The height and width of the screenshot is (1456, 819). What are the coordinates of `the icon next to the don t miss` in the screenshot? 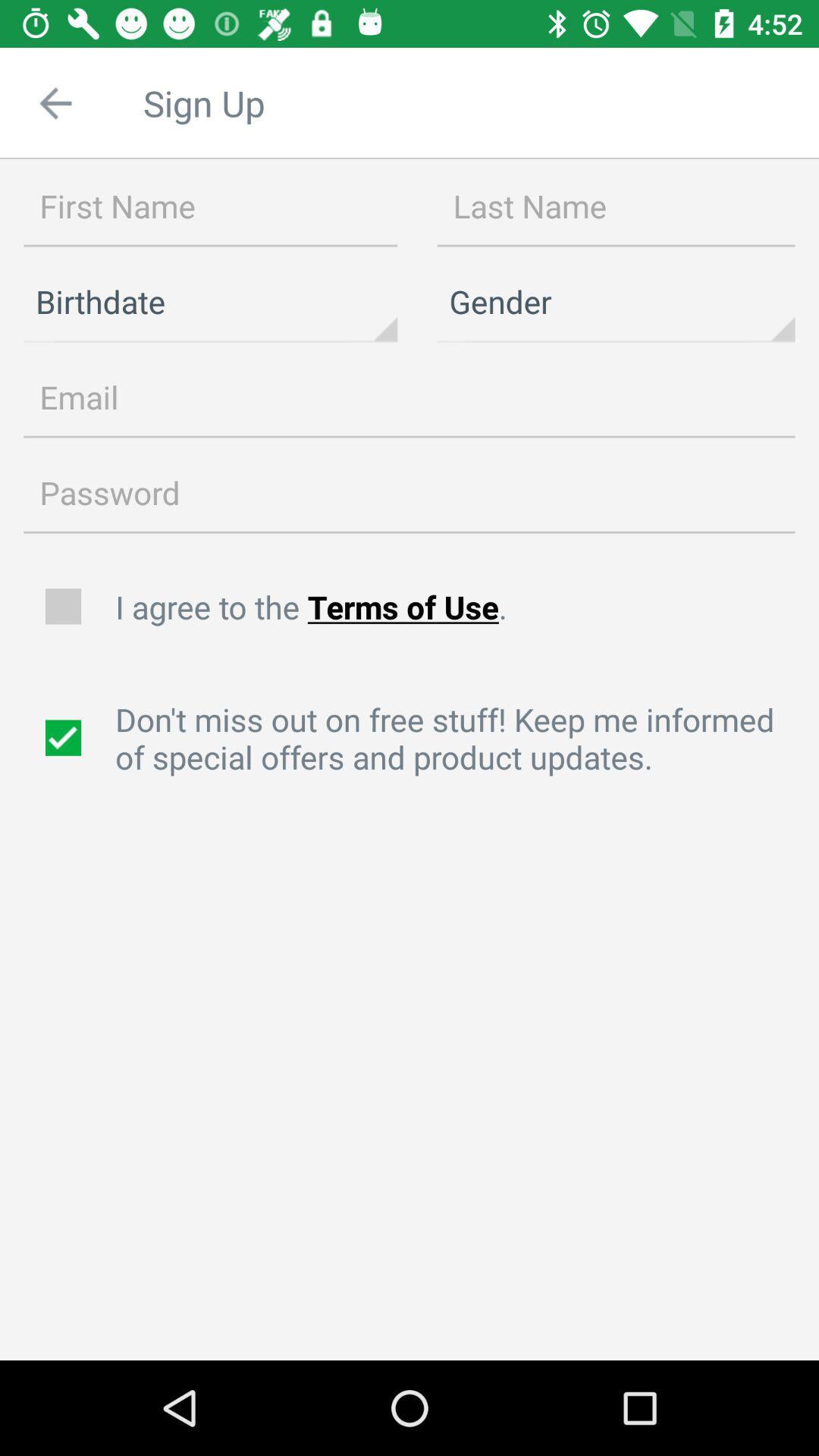 It's located at (64, 738).